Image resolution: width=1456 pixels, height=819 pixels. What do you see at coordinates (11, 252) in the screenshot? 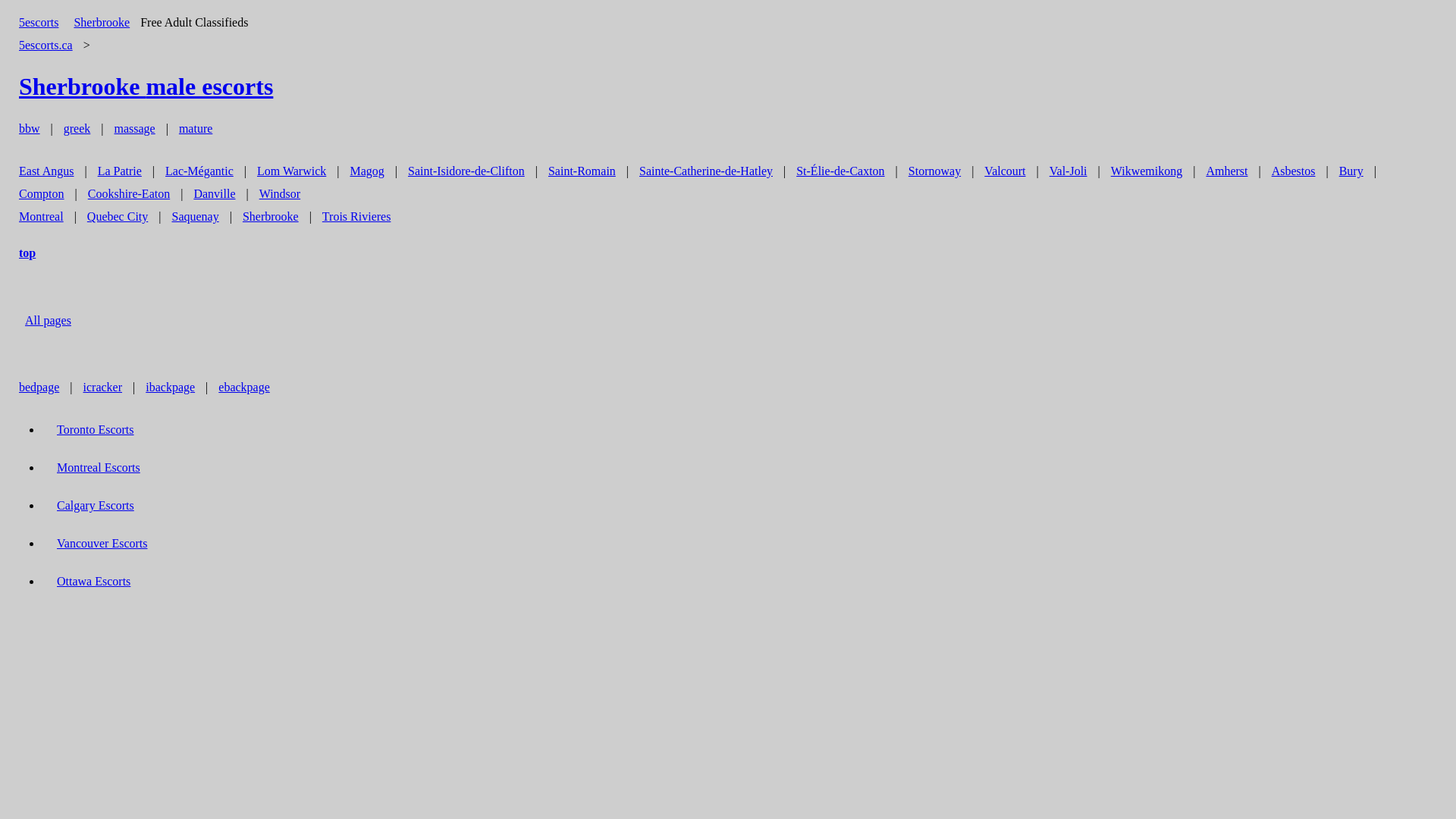
I see `'top'` at bounding box center [11, 252].